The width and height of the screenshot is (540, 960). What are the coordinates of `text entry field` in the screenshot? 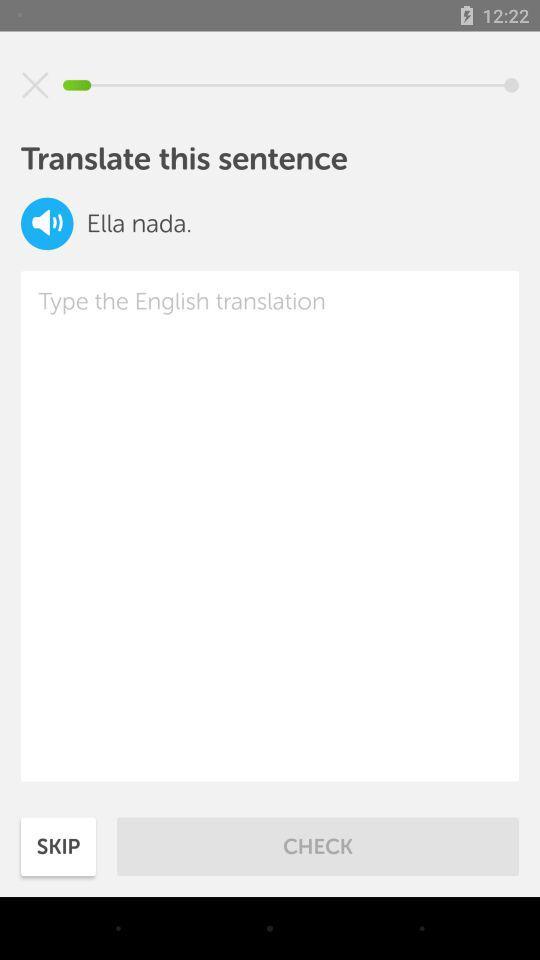 It's located at (270, 525).